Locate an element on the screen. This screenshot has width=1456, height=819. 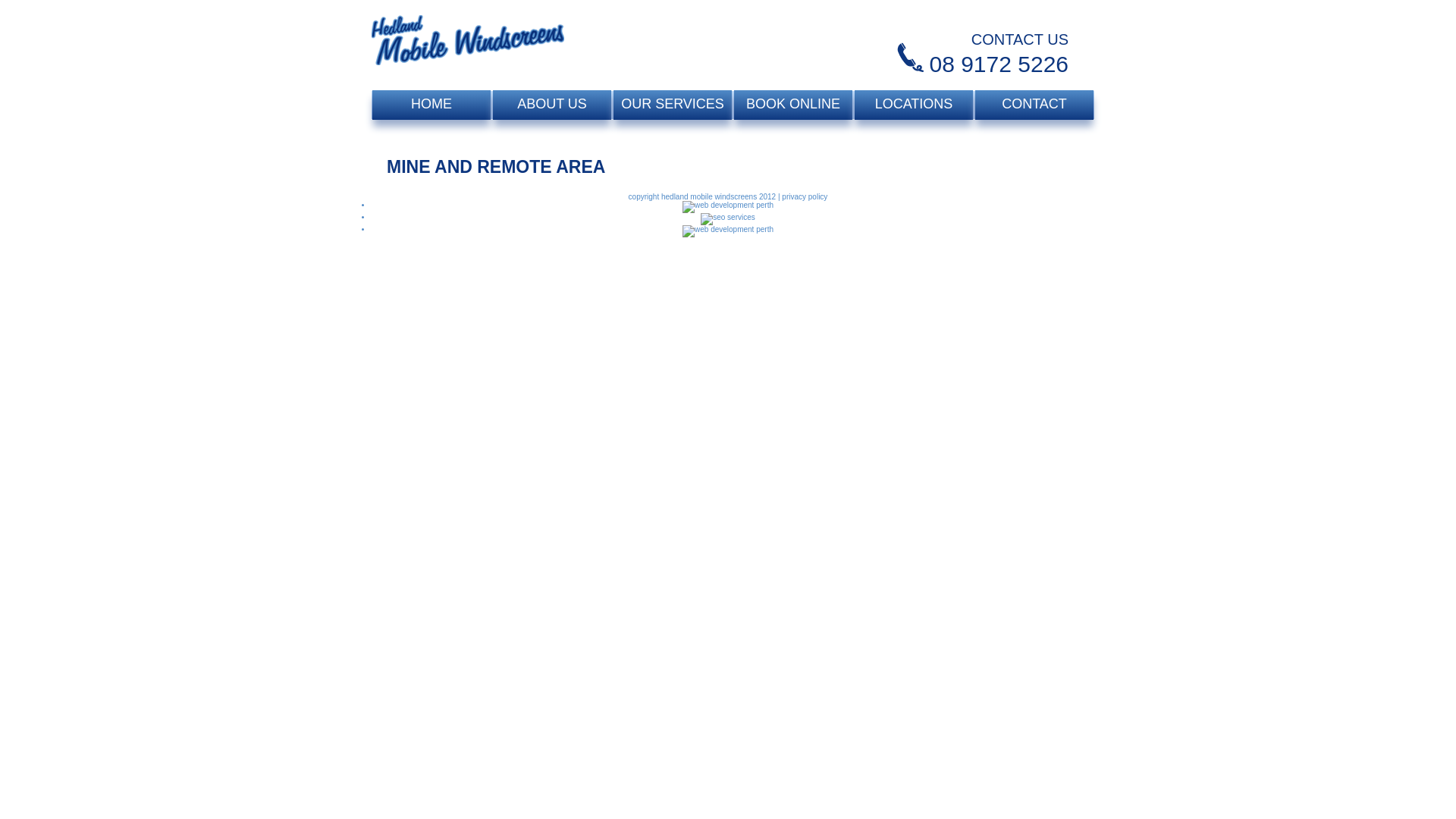
'ABOUT US' is located at coordinates (551, 104).